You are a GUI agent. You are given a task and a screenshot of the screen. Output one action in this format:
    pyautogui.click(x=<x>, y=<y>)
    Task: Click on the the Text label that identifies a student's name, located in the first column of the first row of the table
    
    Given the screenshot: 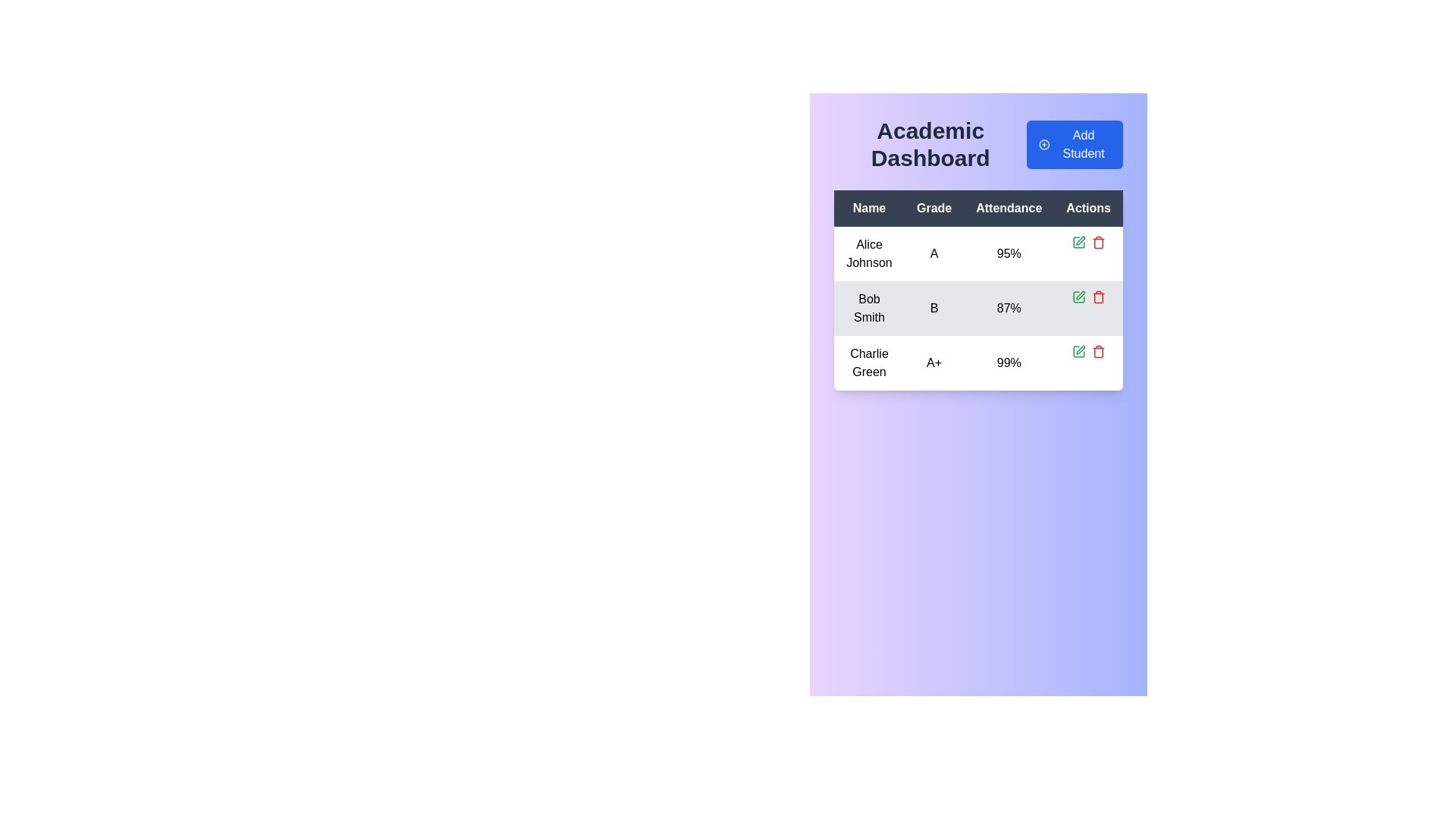 What is the action you would take?
    pyautogui.click(x=869, y=253)
    